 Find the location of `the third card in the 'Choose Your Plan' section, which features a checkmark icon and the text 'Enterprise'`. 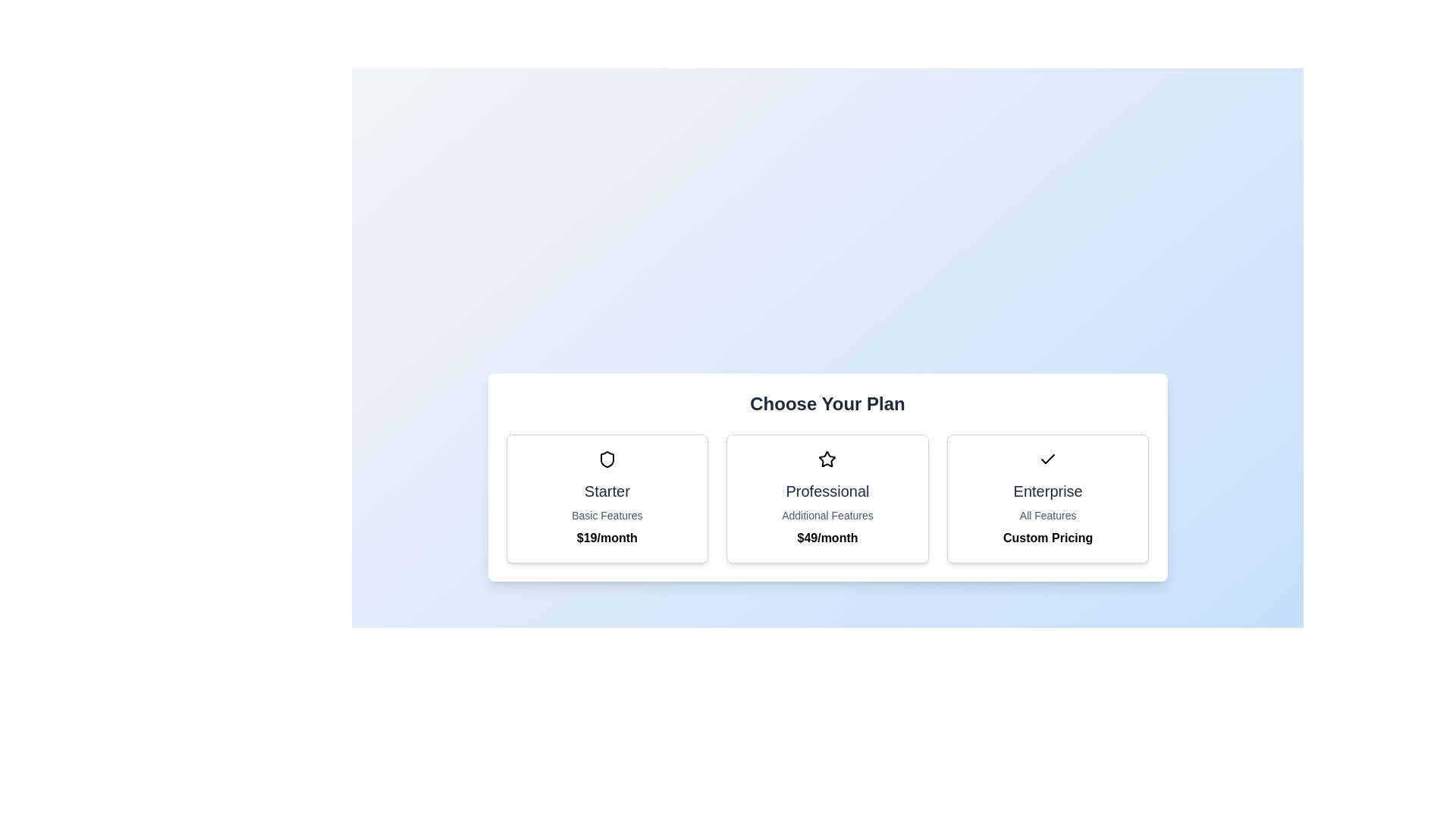

the third card in the 'Choose Your Plan' section, which features a checkmark icon and the text 'Enterprise' is located at coordinates (1047, 499).